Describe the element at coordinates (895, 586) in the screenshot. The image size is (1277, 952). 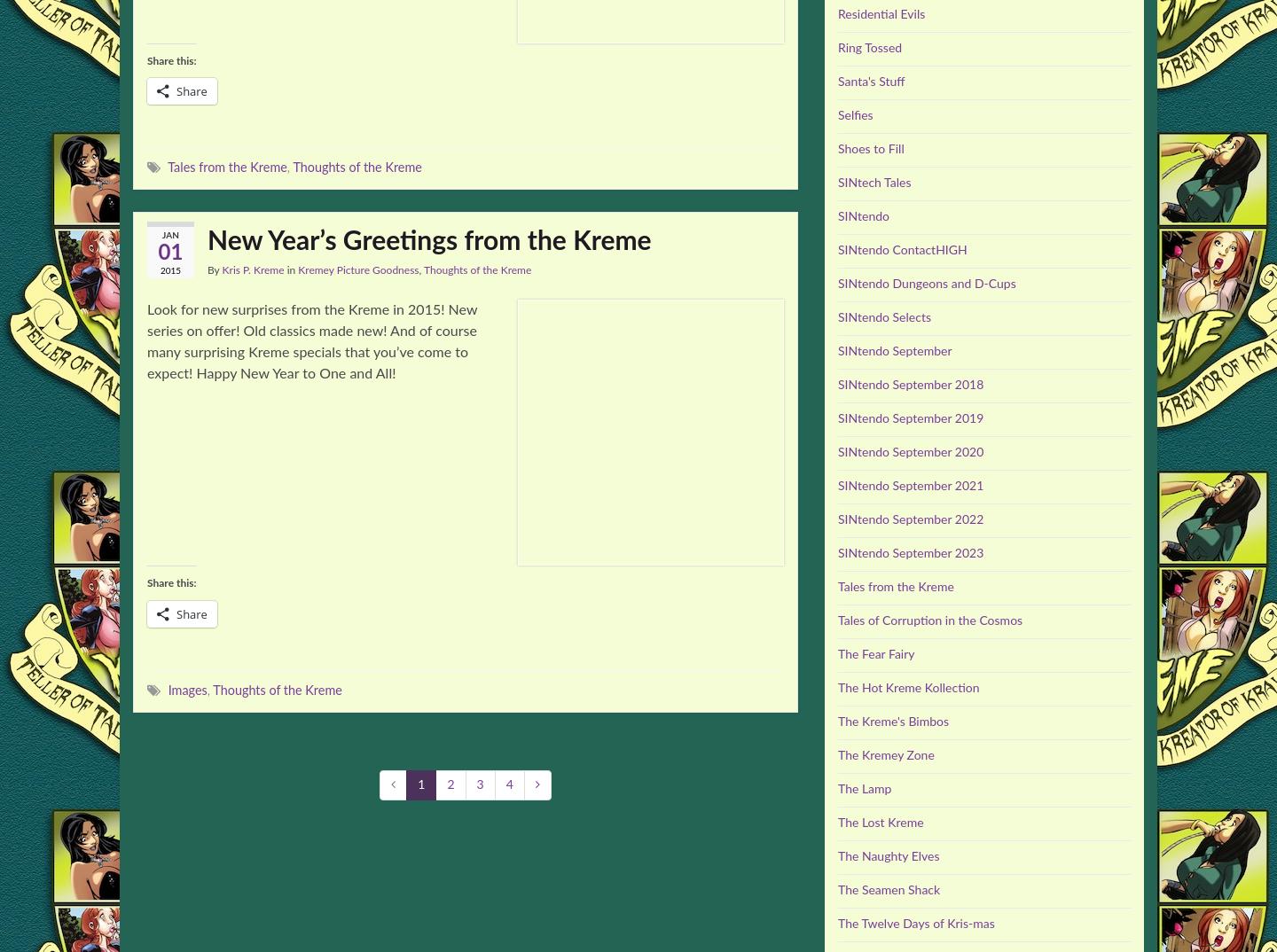
I see `'Tales from the Kreme'` at that location.